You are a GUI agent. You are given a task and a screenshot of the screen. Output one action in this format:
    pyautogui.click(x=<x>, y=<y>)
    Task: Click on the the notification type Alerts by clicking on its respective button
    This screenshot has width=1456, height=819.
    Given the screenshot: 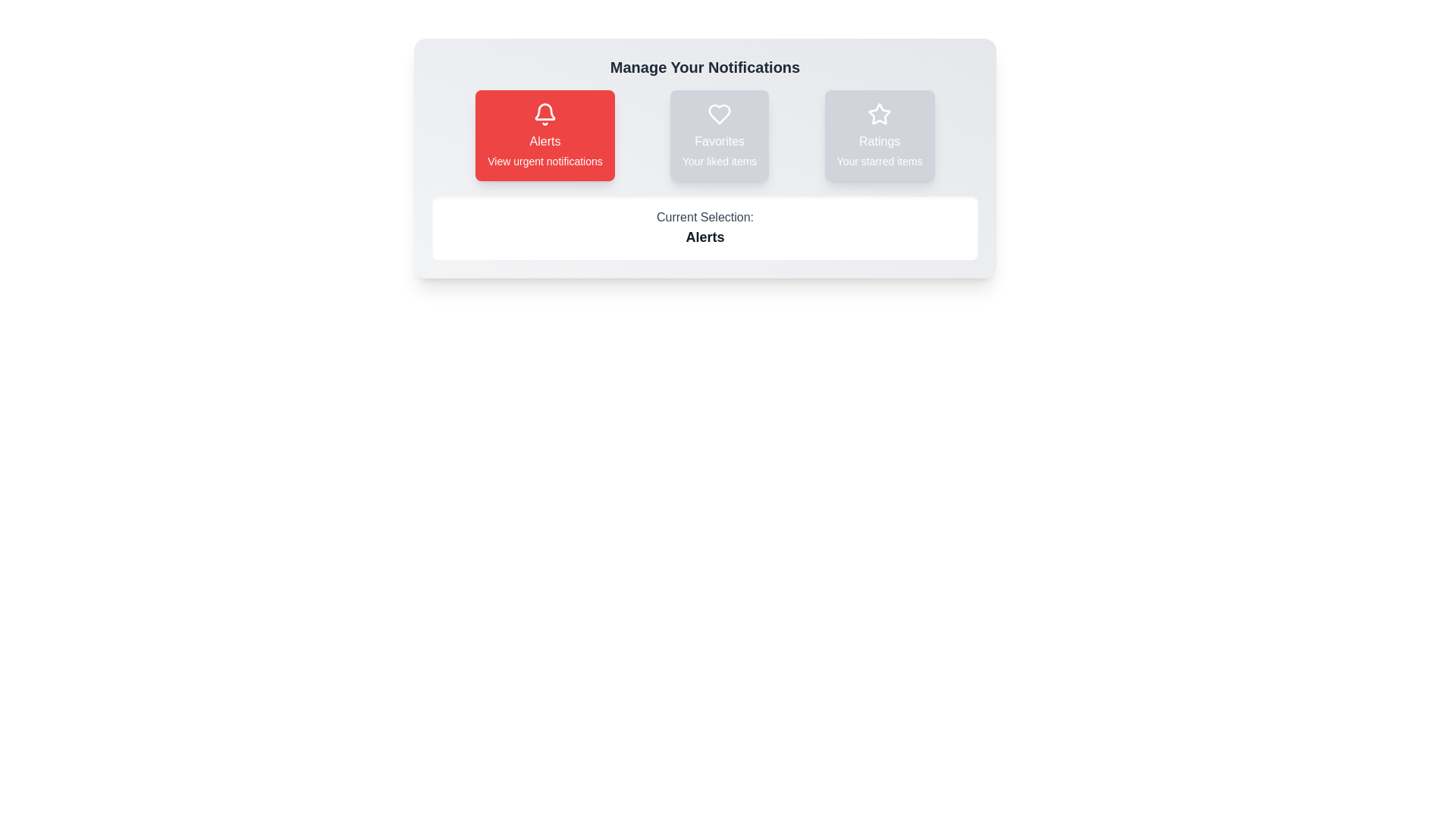 What is the action you would take?
    pyautogui.click(x=545, y=134)
    